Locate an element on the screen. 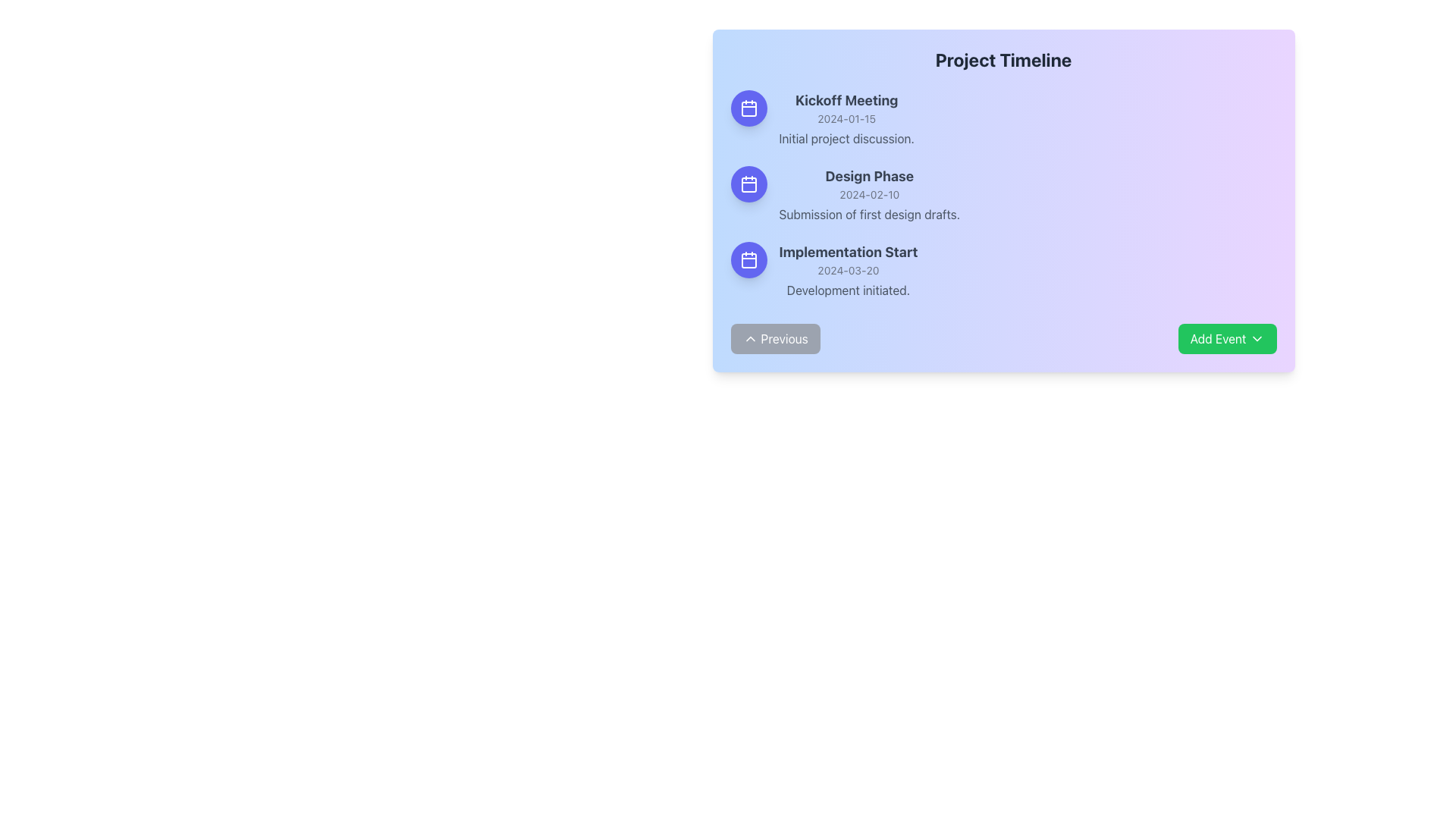  the SVG shape representing the main body of the calendar icon in the 'Design Phase' section is located at coordinates (748, 184).